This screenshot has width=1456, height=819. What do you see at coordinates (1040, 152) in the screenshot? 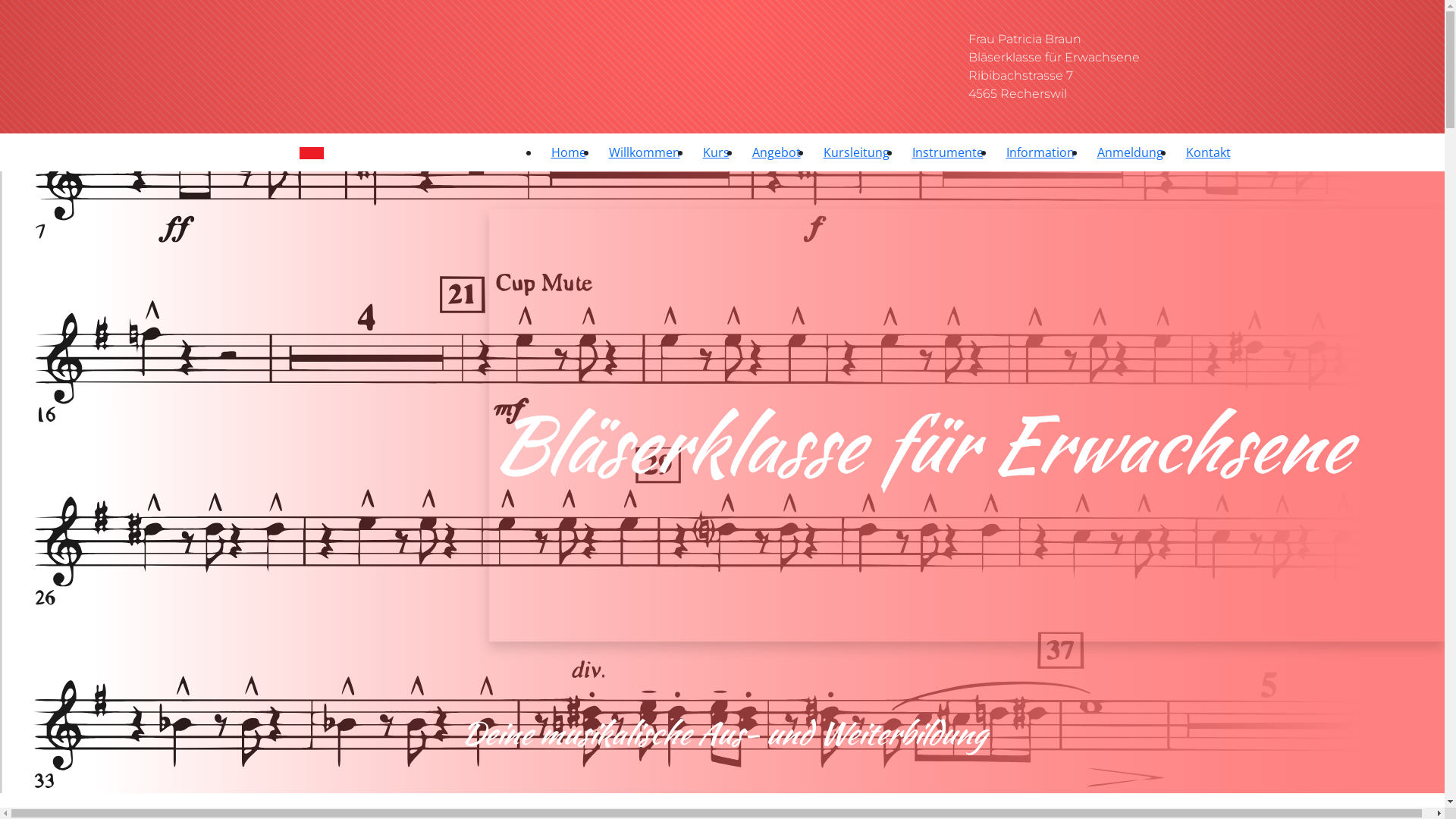
I see `'Information'` at bounding box center [1040, 152].